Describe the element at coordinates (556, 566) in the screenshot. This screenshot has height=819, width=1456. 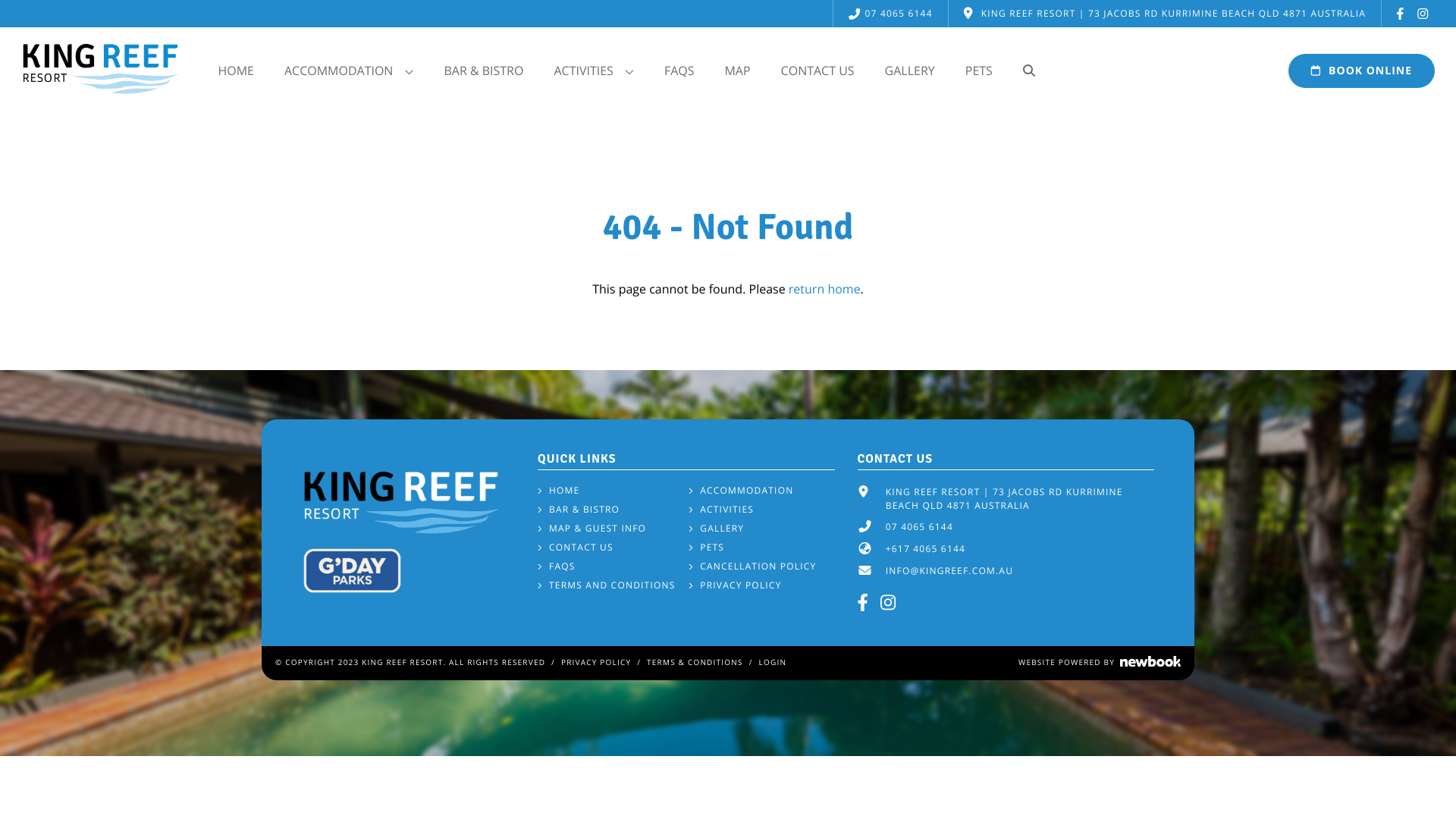
I see `'FAQS'` at that location.